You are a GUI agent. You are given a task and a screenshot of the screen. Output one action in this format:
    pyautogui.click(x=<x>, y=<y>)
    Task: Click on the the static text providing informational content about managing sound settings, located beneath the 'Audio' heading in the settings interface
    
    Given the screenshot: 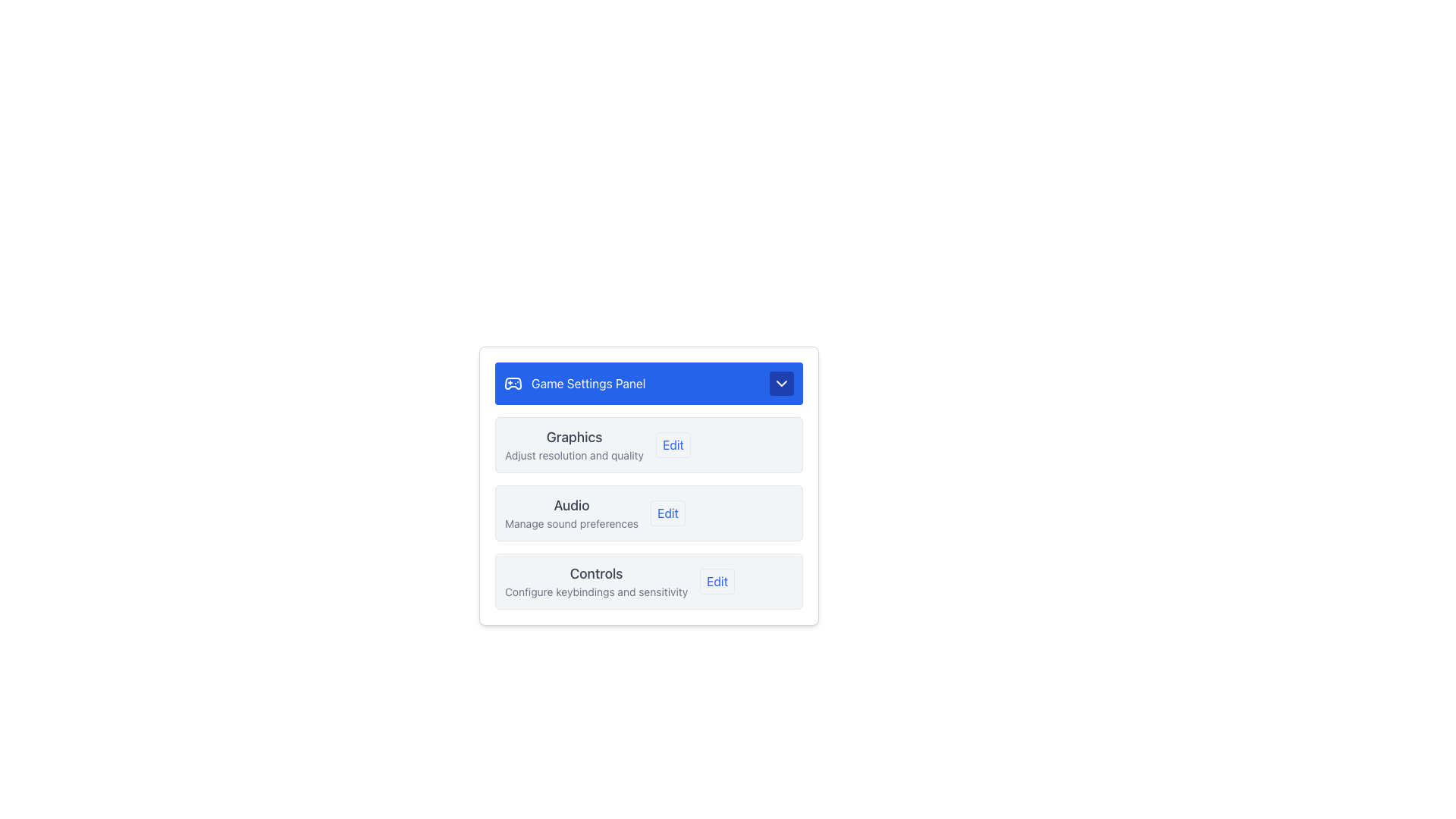 What is the action you would take?
    pyautogui.click(x=570, y=522)
    